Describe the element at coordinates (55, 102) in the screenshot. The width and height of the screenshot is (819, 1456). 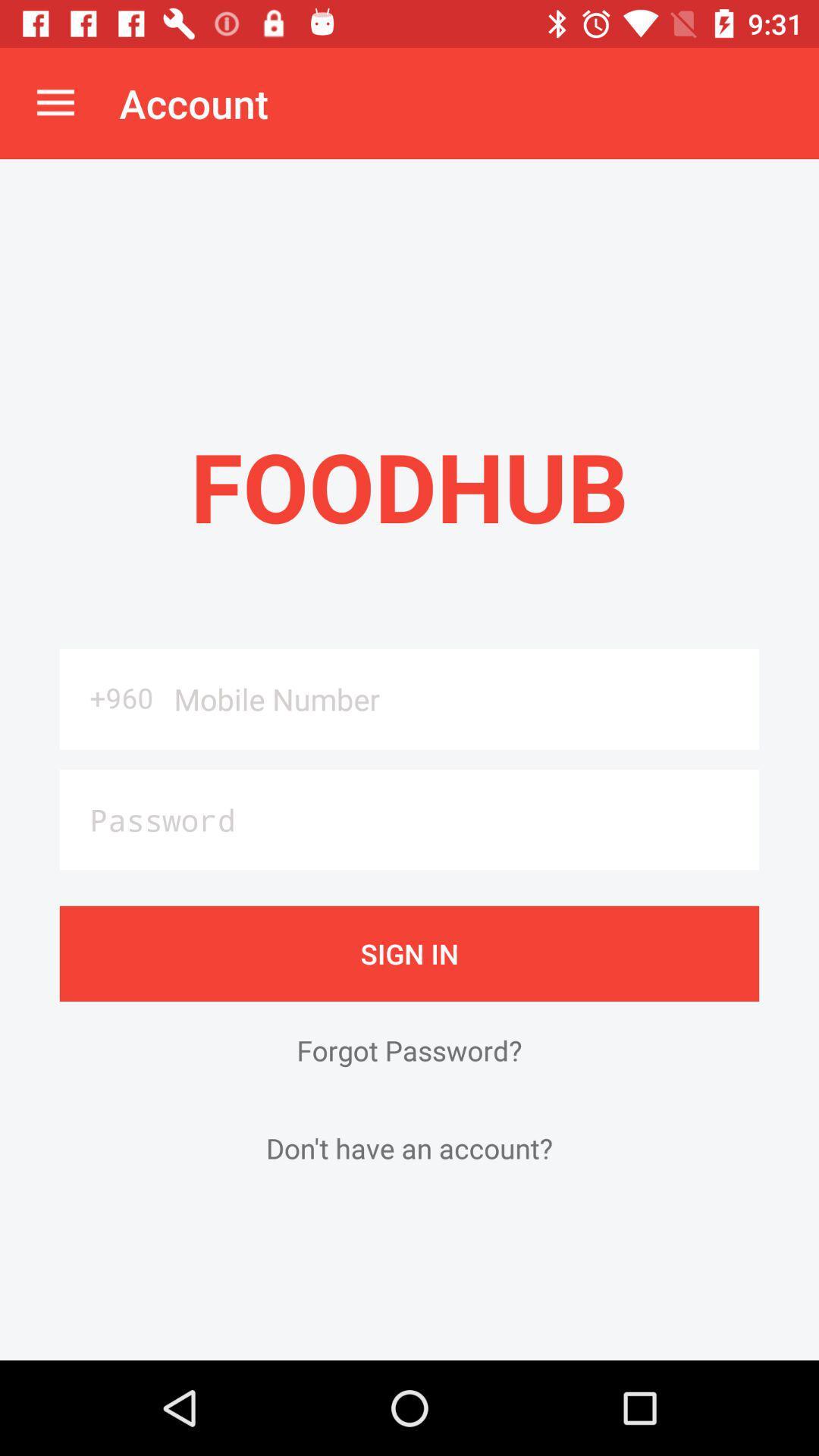
I see `the item to the left of the account` at that location.